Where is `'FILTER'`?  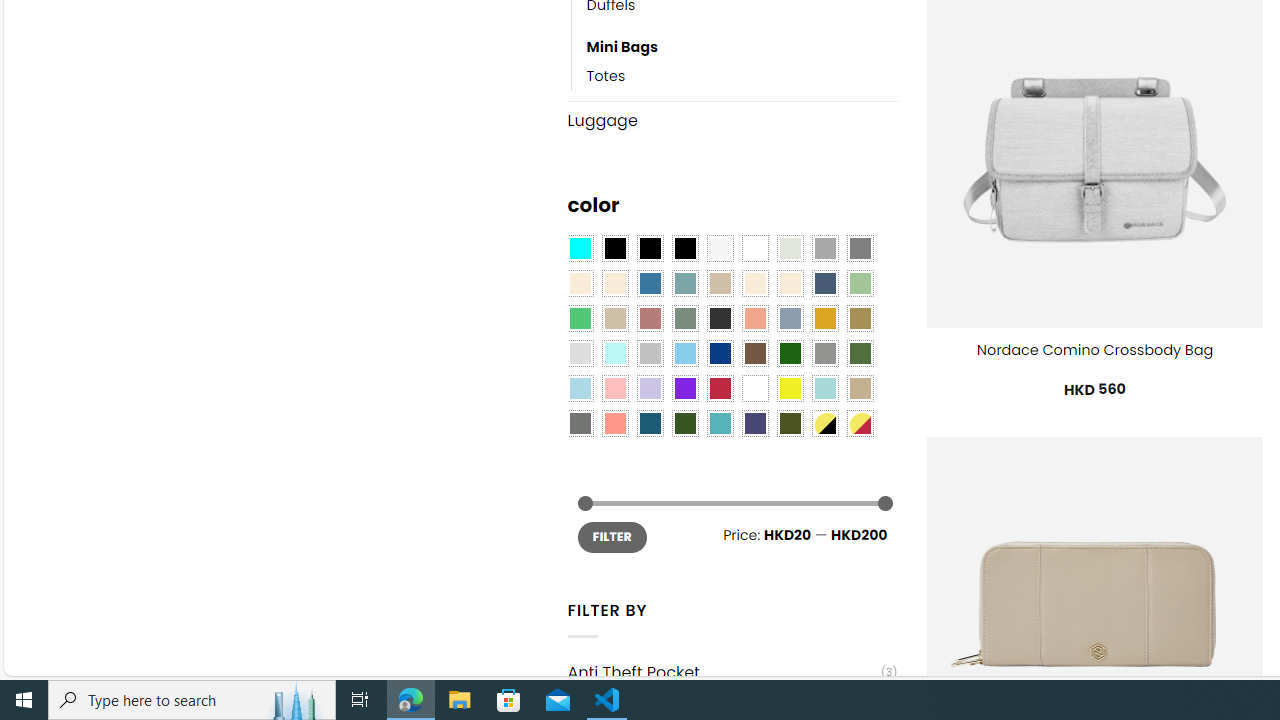
'FILTER' is located at coordinates (611, 536).